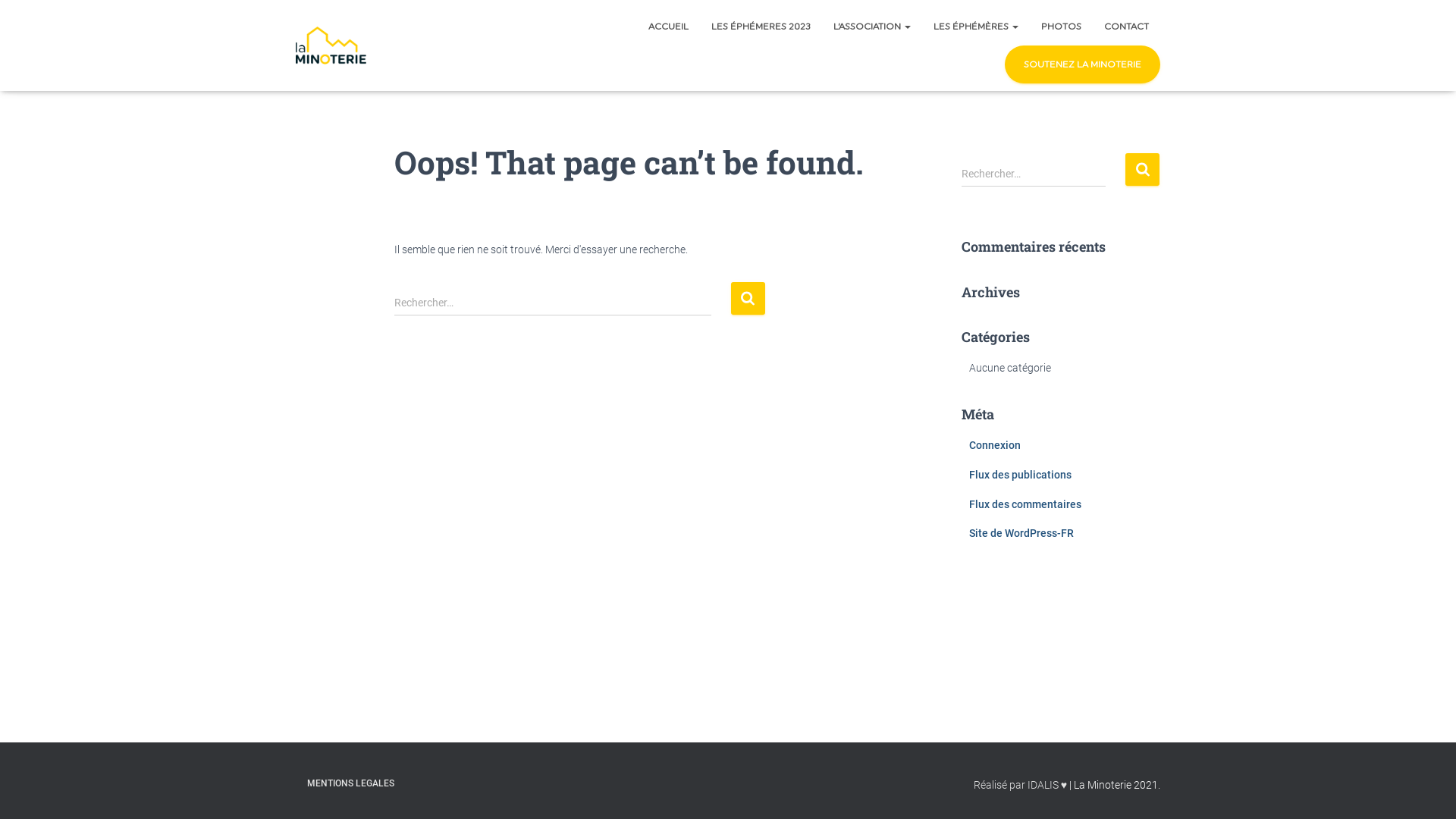 The height and width of the screenshot is (819, 1456). I want to click on 'Rechercher', so click(1142, 169).